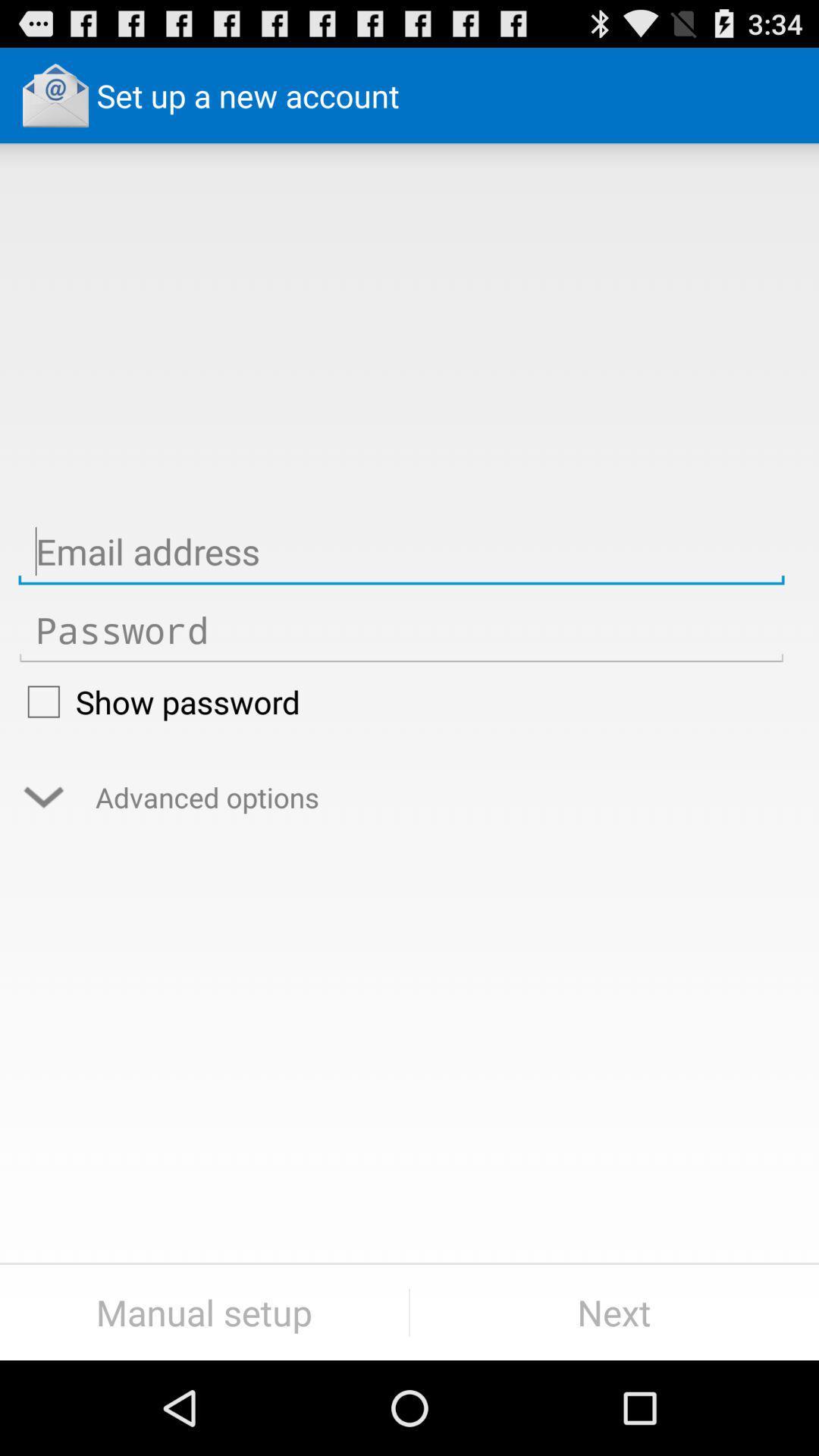 The height and width of the screenshot is (1456, 819). I want to click on button to the right of the manual setup button, so click(614, 1312).